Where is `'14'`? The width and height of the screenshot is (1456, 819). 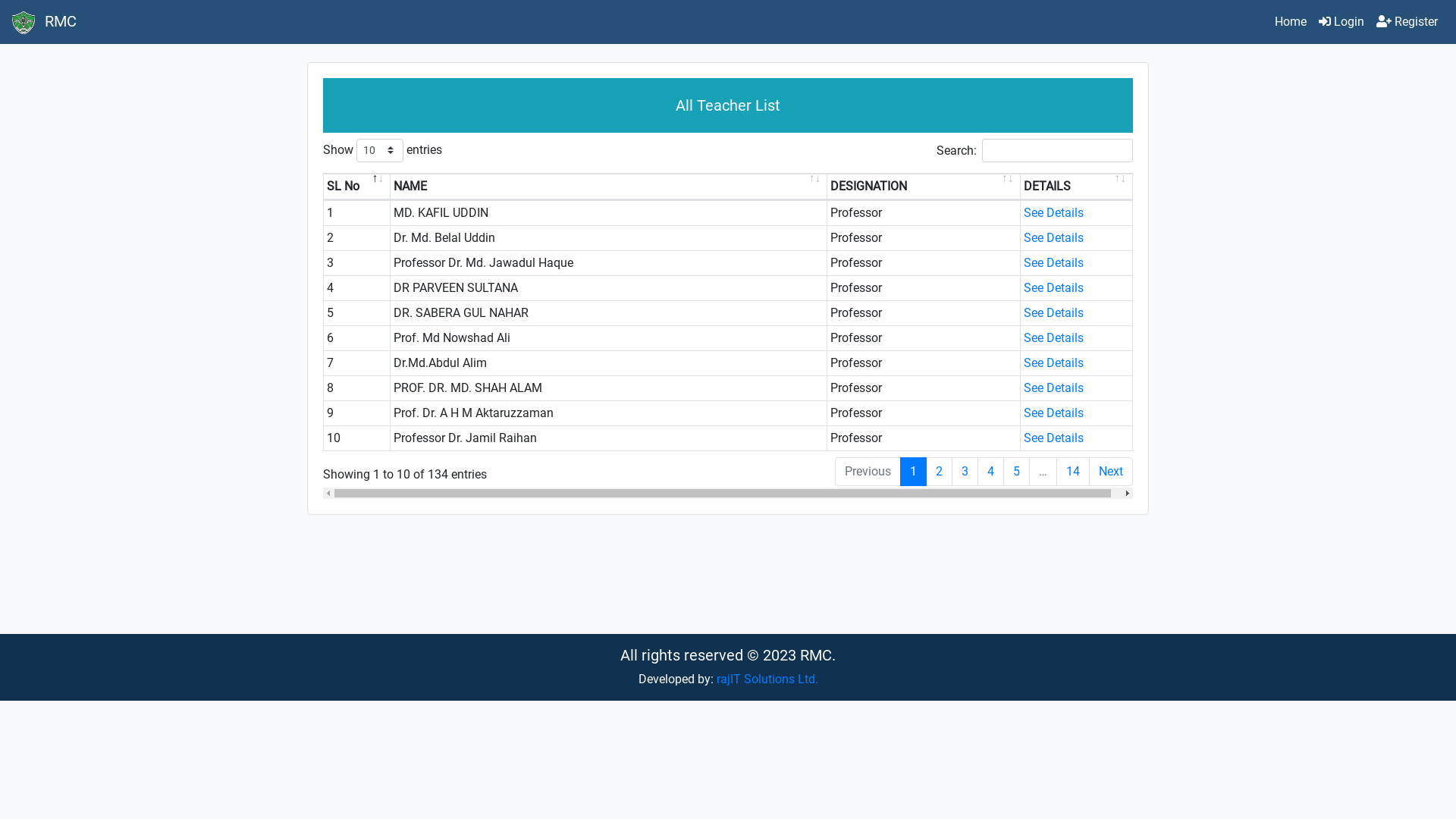
'14' is located at coordinates (1072, 470).